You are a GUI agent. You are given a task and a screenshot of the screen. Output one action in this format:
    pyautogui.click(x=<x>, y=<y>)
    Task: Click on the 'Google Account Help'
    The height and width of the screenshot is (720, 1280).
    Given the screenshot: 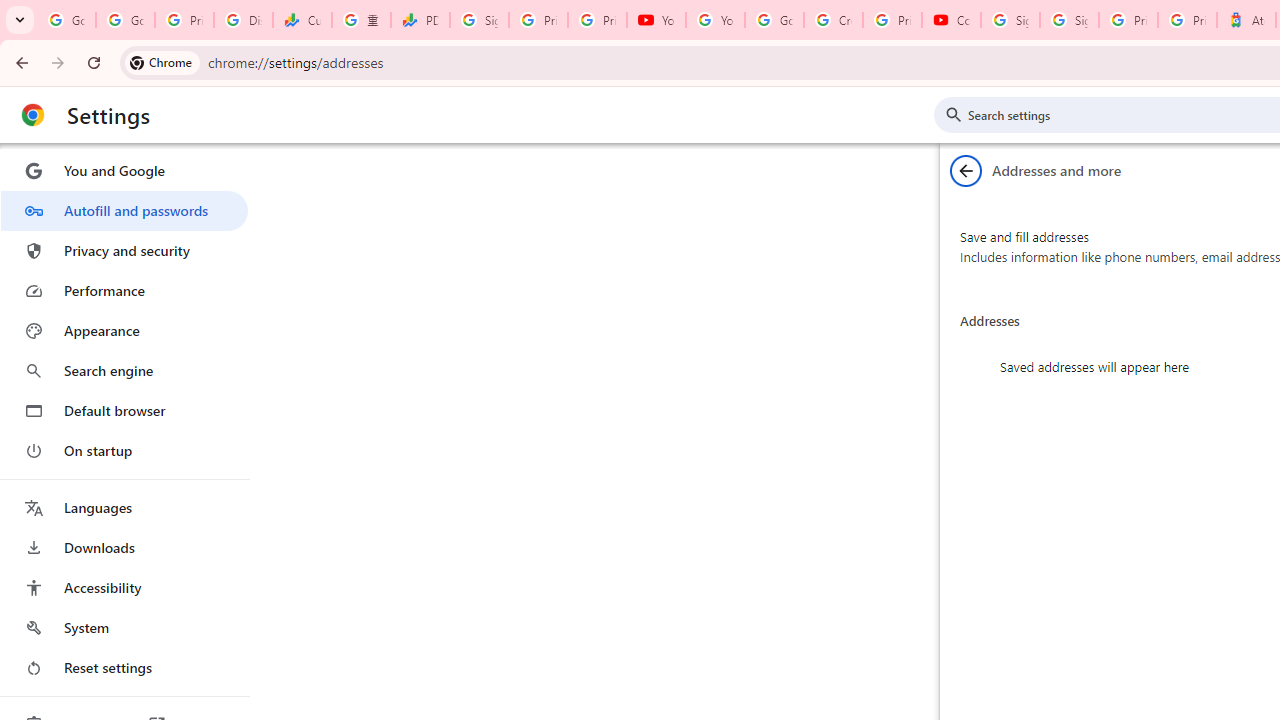 What is the action you would take?
    pyautogui.click(x=773, y=20)
    